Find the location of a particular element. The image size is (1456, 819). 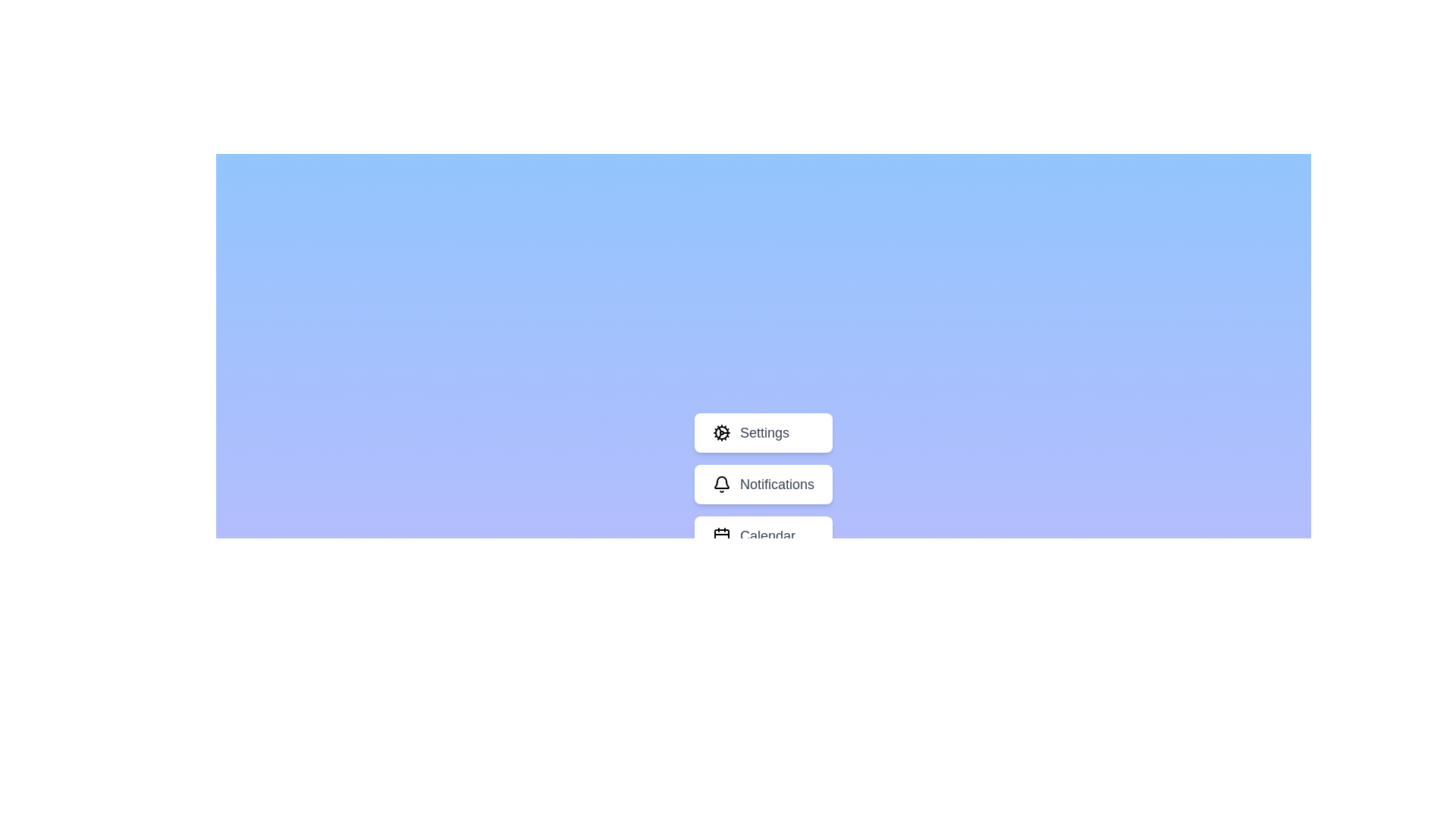

the Notifications button to select the corresponding action is located at coordinates (764, 485).